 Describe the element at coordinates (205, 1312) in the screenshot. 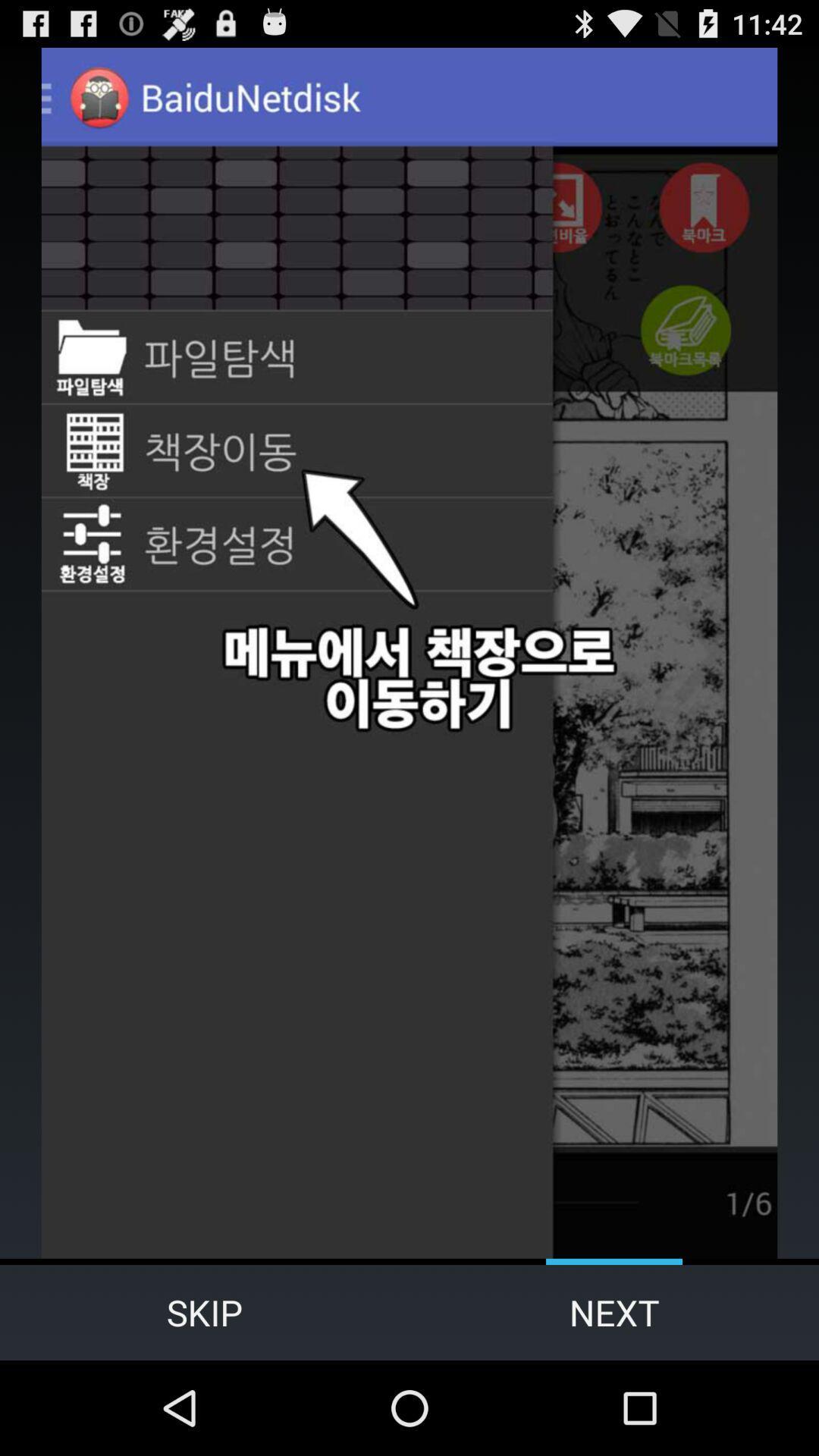

I see `icon at the bottom left corner` at that location.